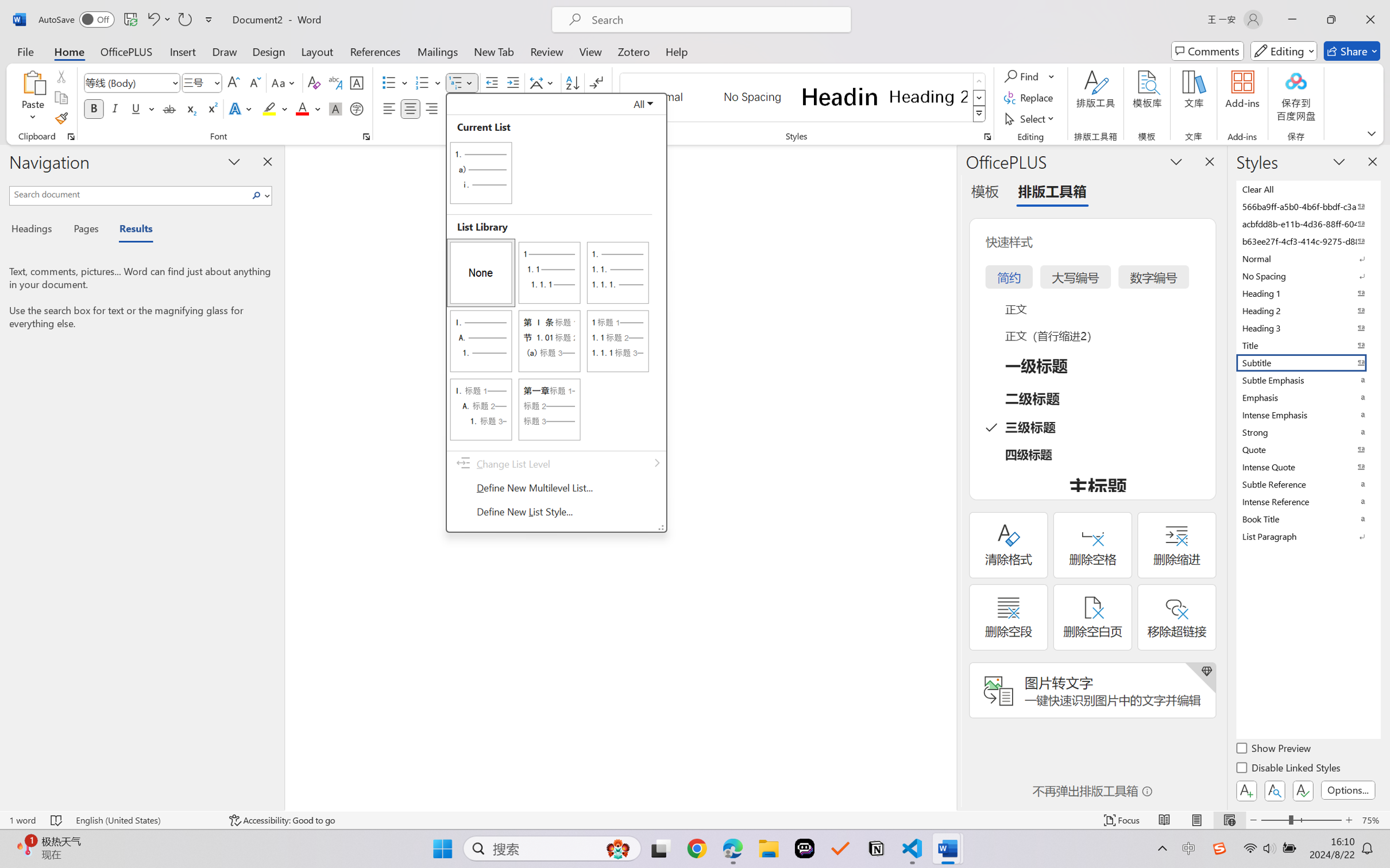  Describe the element at coordinates (1164, 820) in the screenshot. I see `'Read Mode'` at that location.